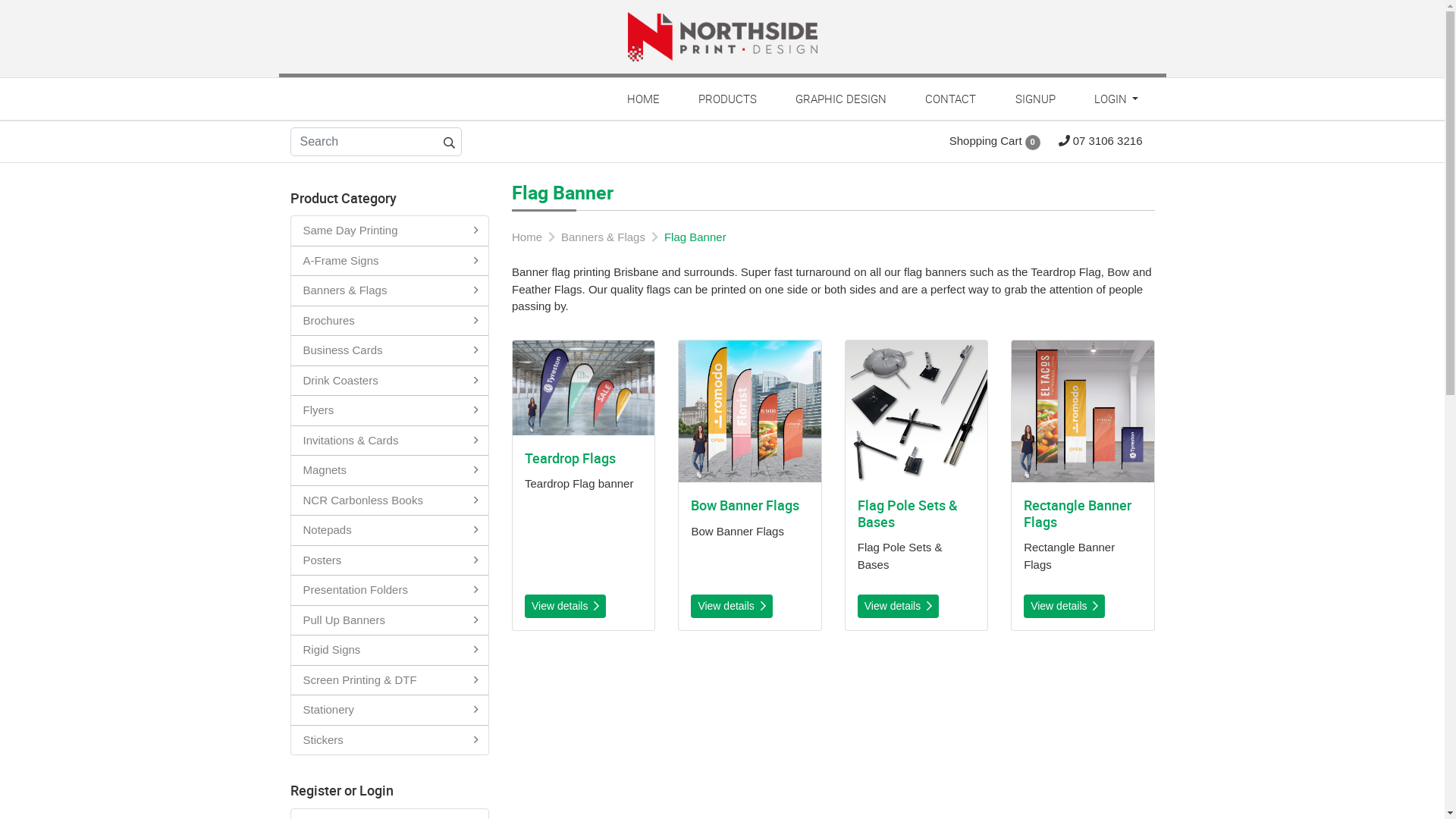  Describe the element at coordinates (840, 99) in the screenshot. I see `'GRAPHIC DESIGN'` at that location.